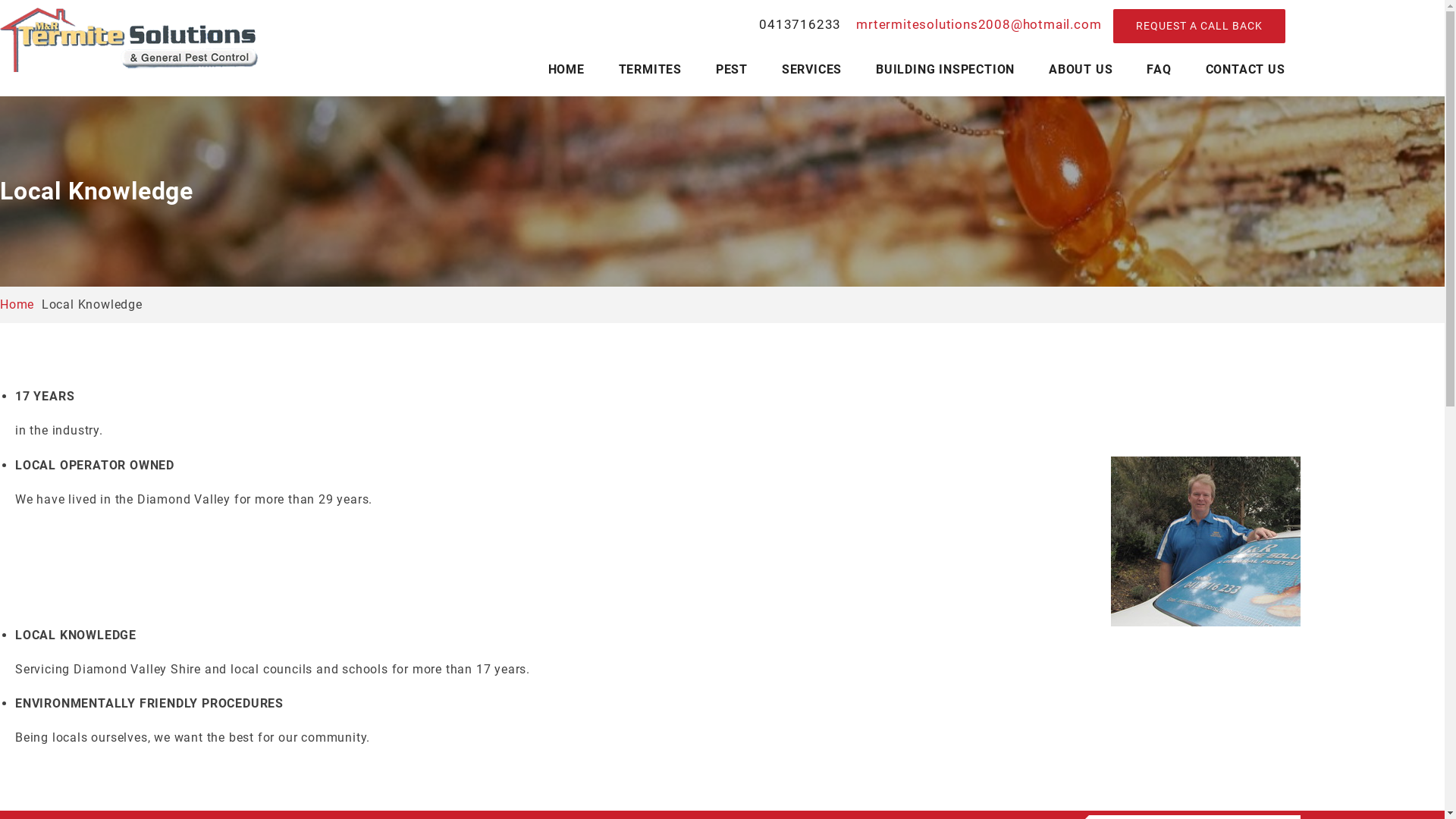  Describe the element at coordinates (944, 70) in the screenshot. I see `'BUILDING INSPECTION'` at that location.